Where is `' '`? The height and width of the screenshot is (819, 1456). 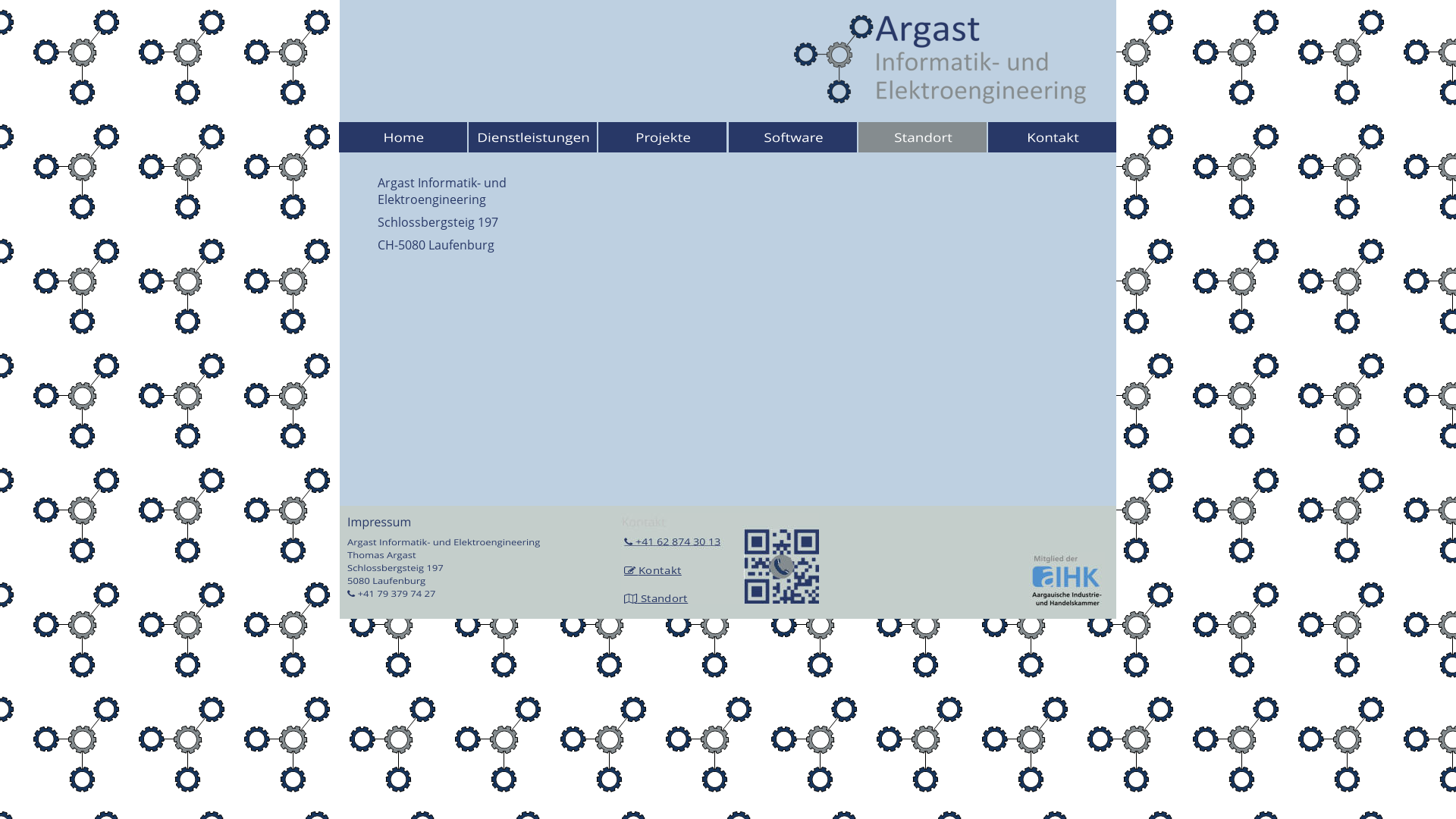 ' ' is located at coordinates (637, 570).